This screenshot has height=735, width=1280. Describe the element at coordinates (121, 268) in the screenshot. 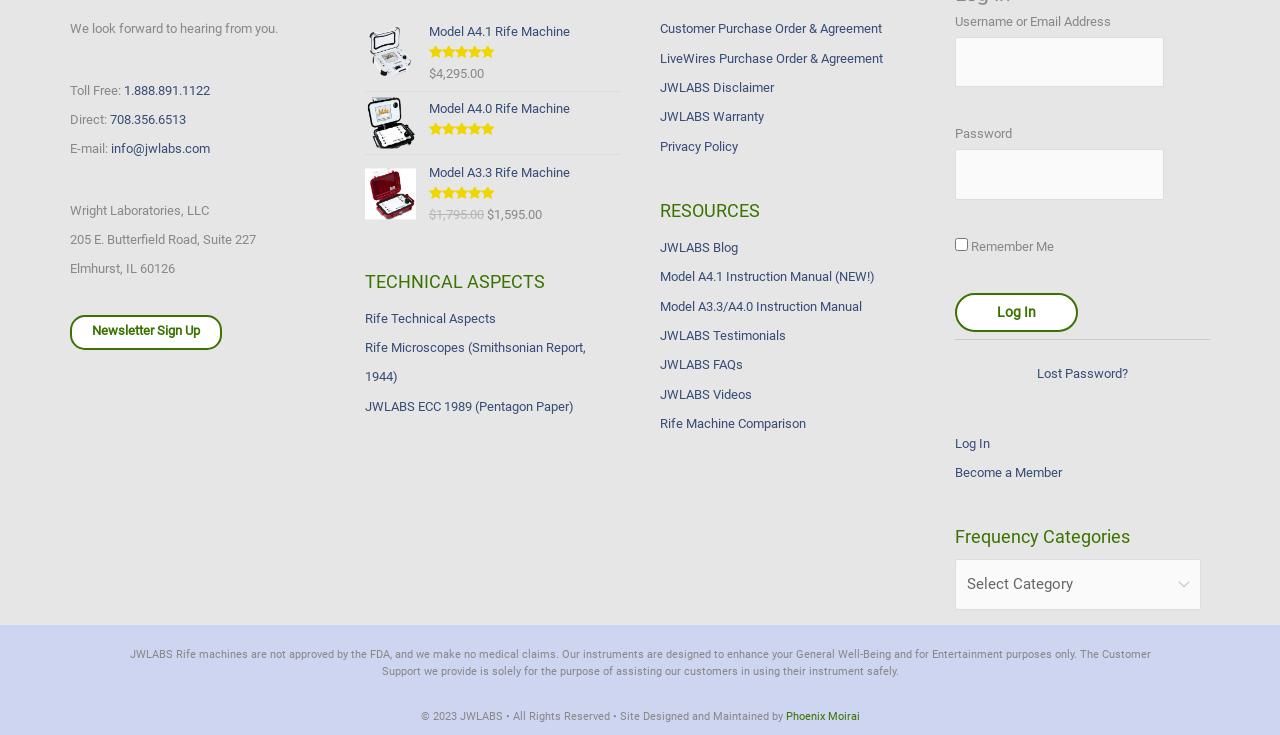

I see `'Elmhurst, IL 60126'` at that location.